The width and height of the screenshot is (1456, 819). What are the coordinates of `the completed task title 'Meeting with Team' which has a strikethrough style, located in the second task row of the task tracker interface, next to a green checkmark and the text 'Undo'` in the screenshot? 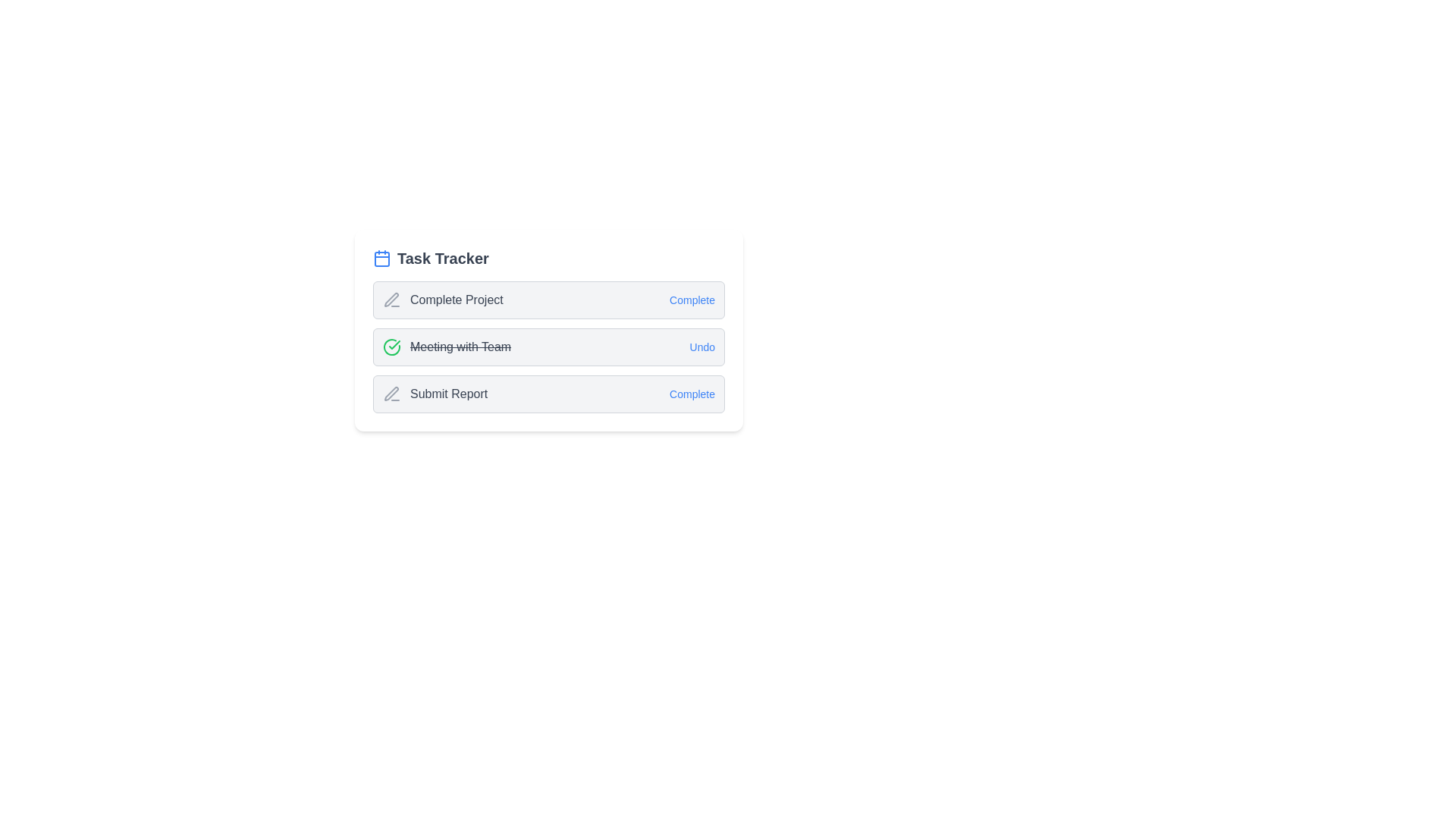 It's located at (460, 347).